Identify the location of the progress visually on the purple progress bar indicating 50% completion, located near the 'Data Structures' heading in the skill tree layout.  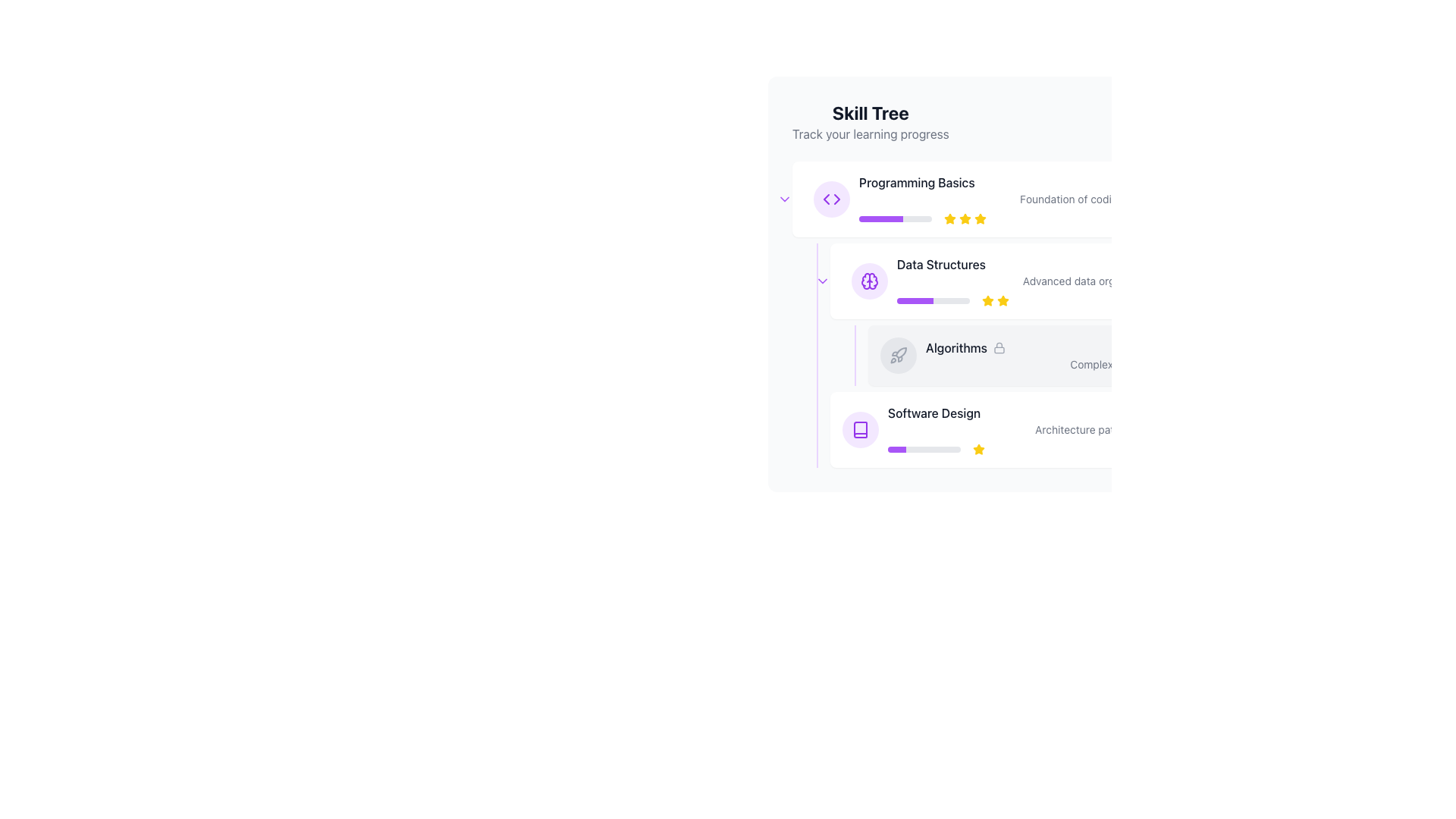
(914, 301).